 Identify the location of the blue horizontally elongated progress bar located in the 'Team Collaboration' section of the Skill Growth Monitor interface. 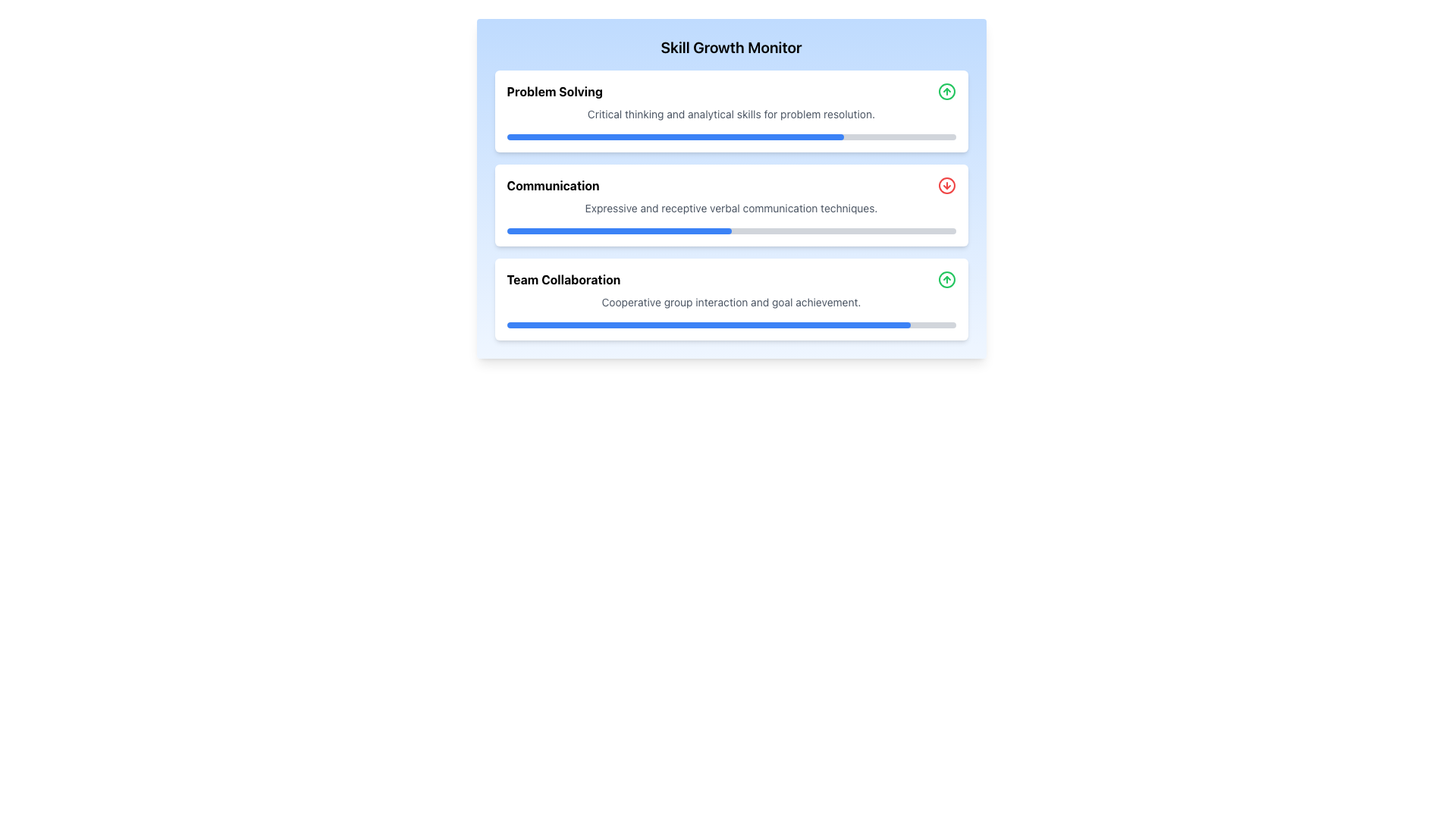
(708, 324).